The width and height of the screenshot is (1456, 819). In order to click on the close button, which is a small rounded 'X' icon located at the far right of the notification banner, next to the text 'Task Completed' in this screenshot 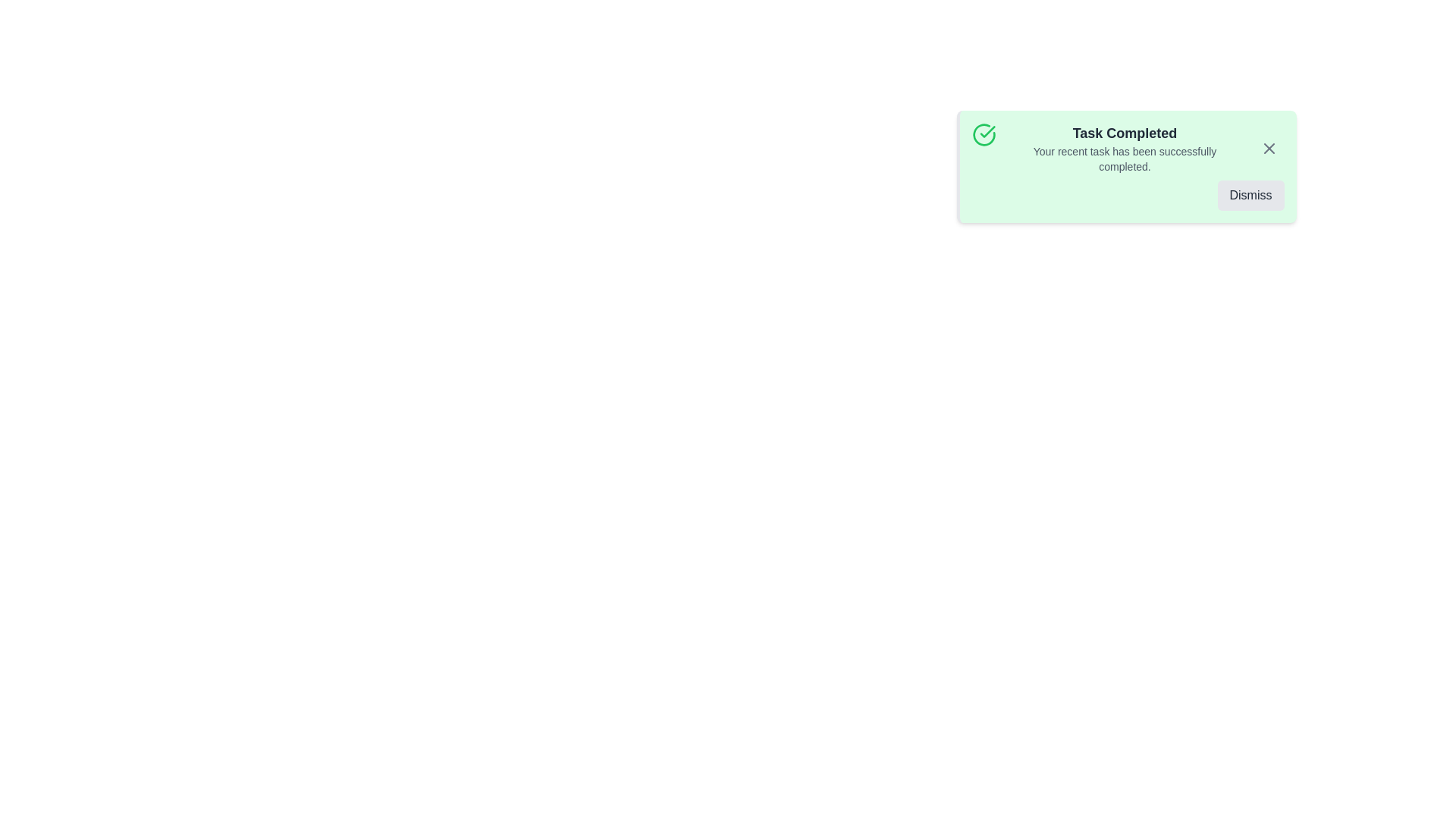, I will do `click(1269, 149)`.